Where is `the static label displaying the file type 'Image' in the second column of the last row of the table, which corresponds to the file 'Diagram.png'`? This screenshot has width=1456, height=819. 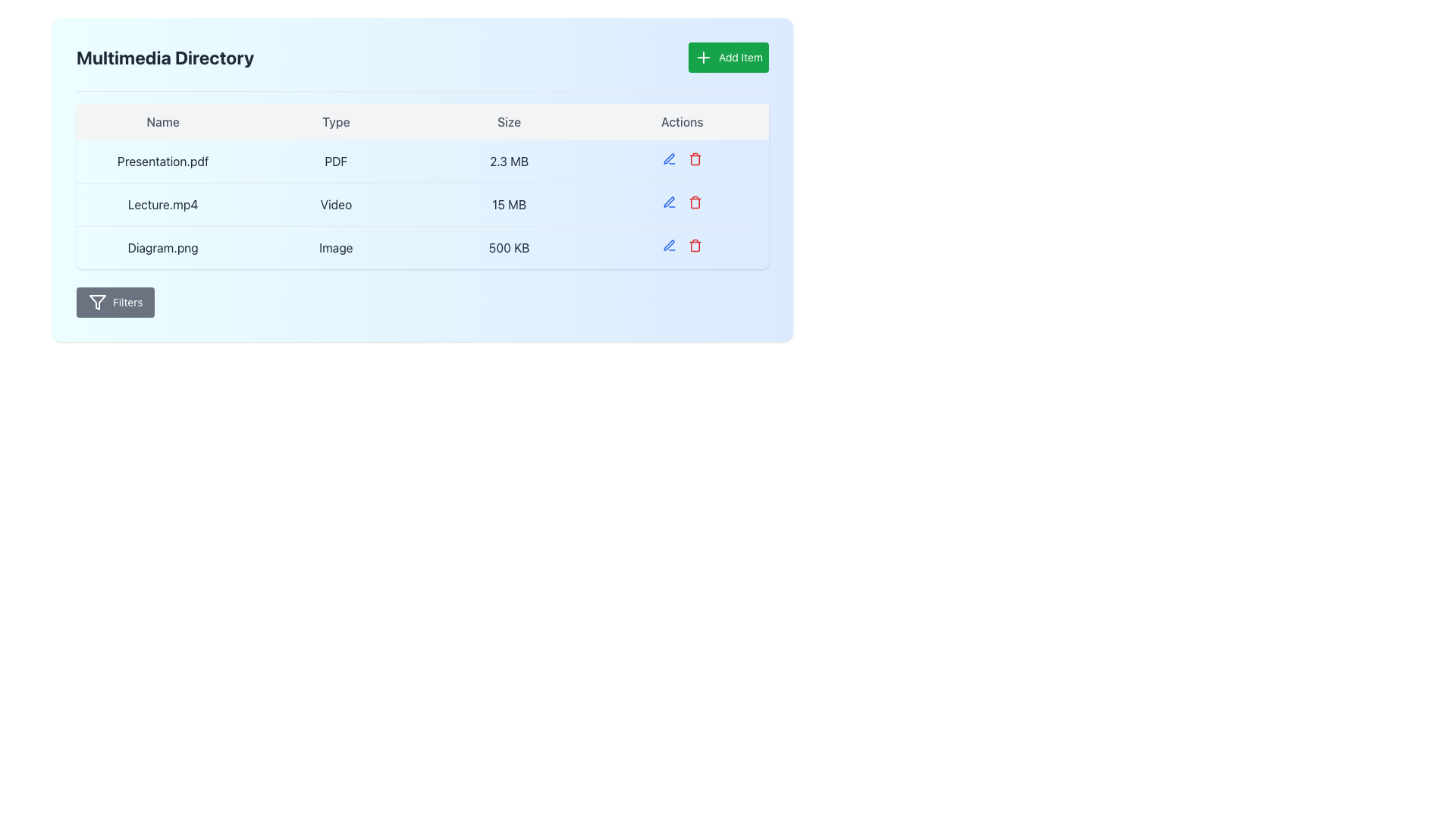 the static label displaying the file type 'Image' in the second column of the last row of the table, which corresponds to the file 'Diagram.png' is located at coordinates (335, 246).